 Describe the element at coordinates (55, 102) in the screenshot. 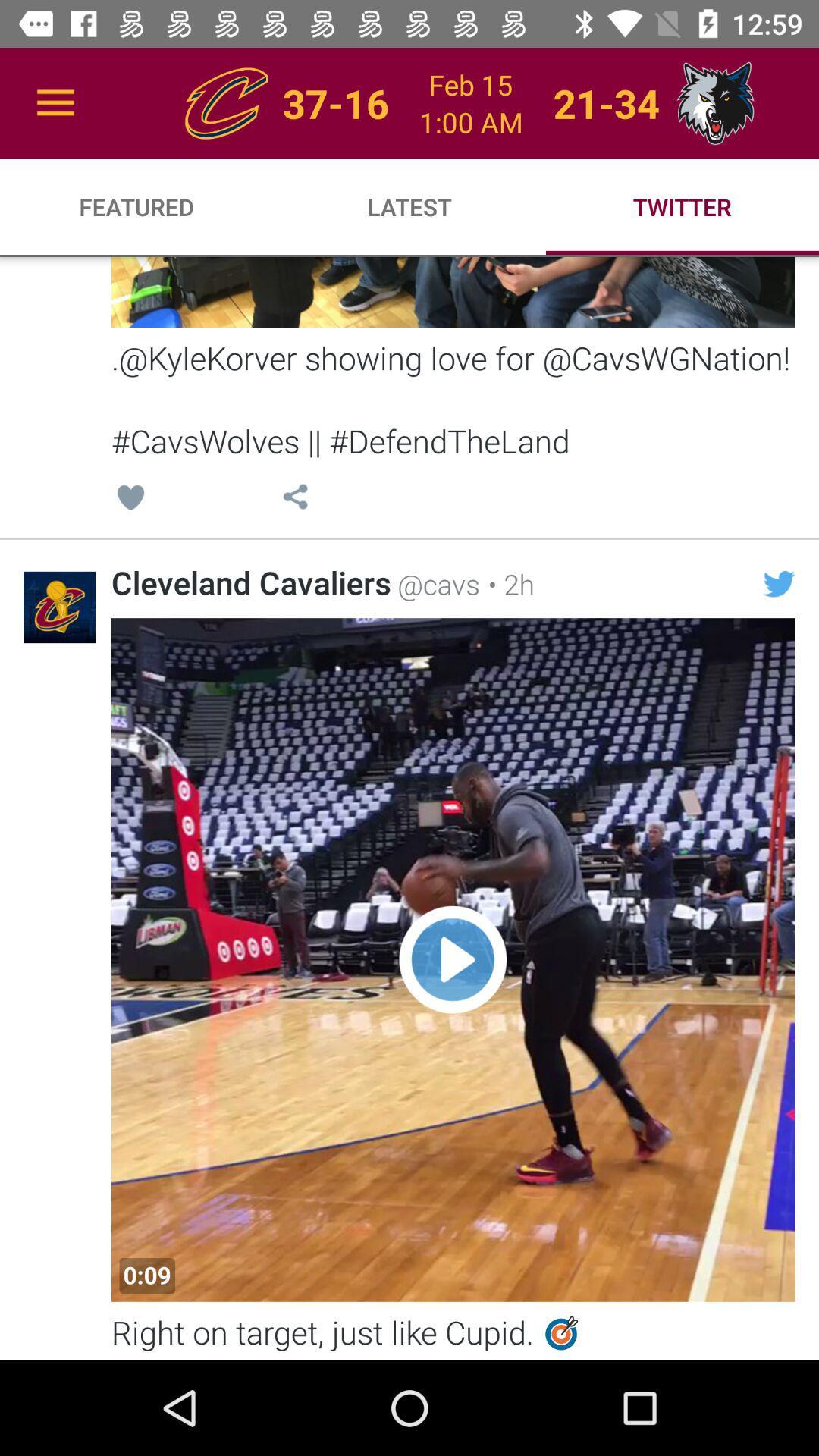

I see `the item above the featured` at that location.